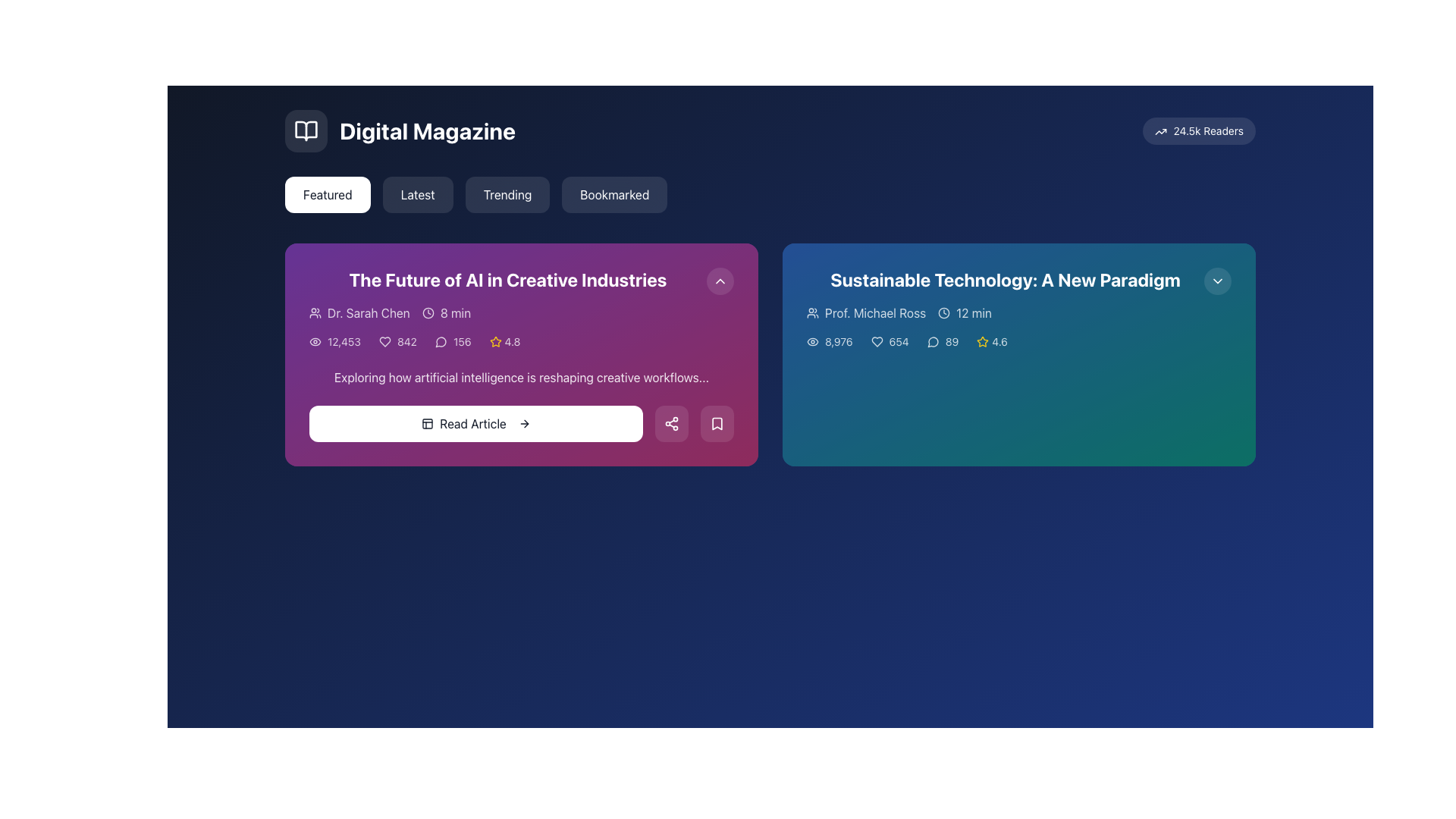 This screenshot has width=1456, height=819. Describe the element at coordinates (427, 312) in the screenshot. I see `the time icon located to the left of the '8 min' text` at that location.